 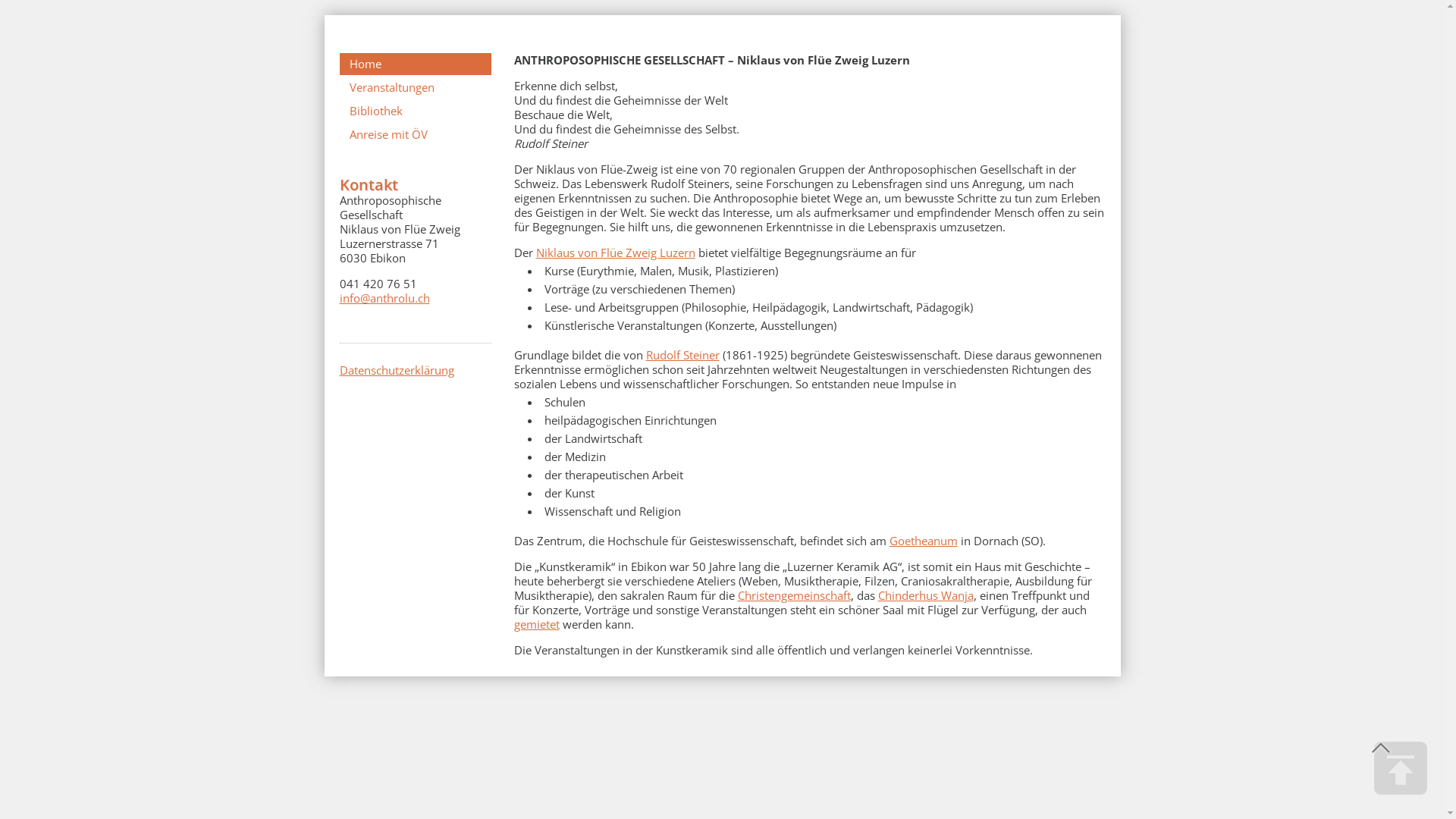 What do you see at coordinates (415, 110) in the screenshot?
I see `'Bibliothek'` at bounding box center [415, 110].